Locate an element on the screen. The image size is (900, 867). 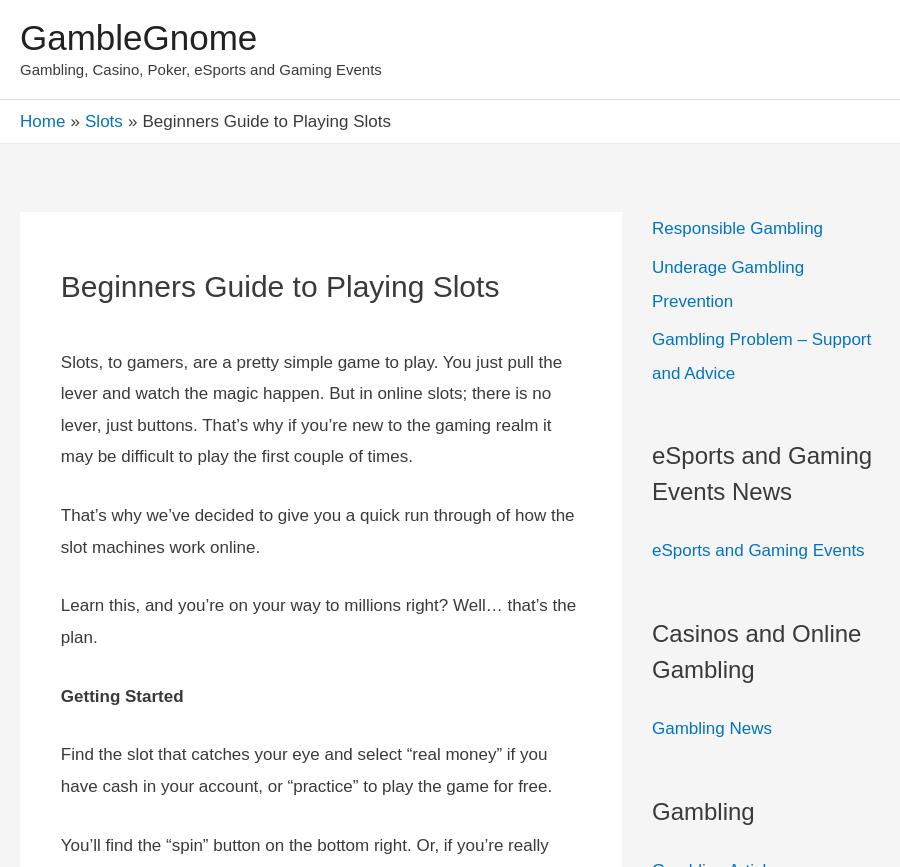
'eSports and Gaming Events' is located at coordinates (651, 549).